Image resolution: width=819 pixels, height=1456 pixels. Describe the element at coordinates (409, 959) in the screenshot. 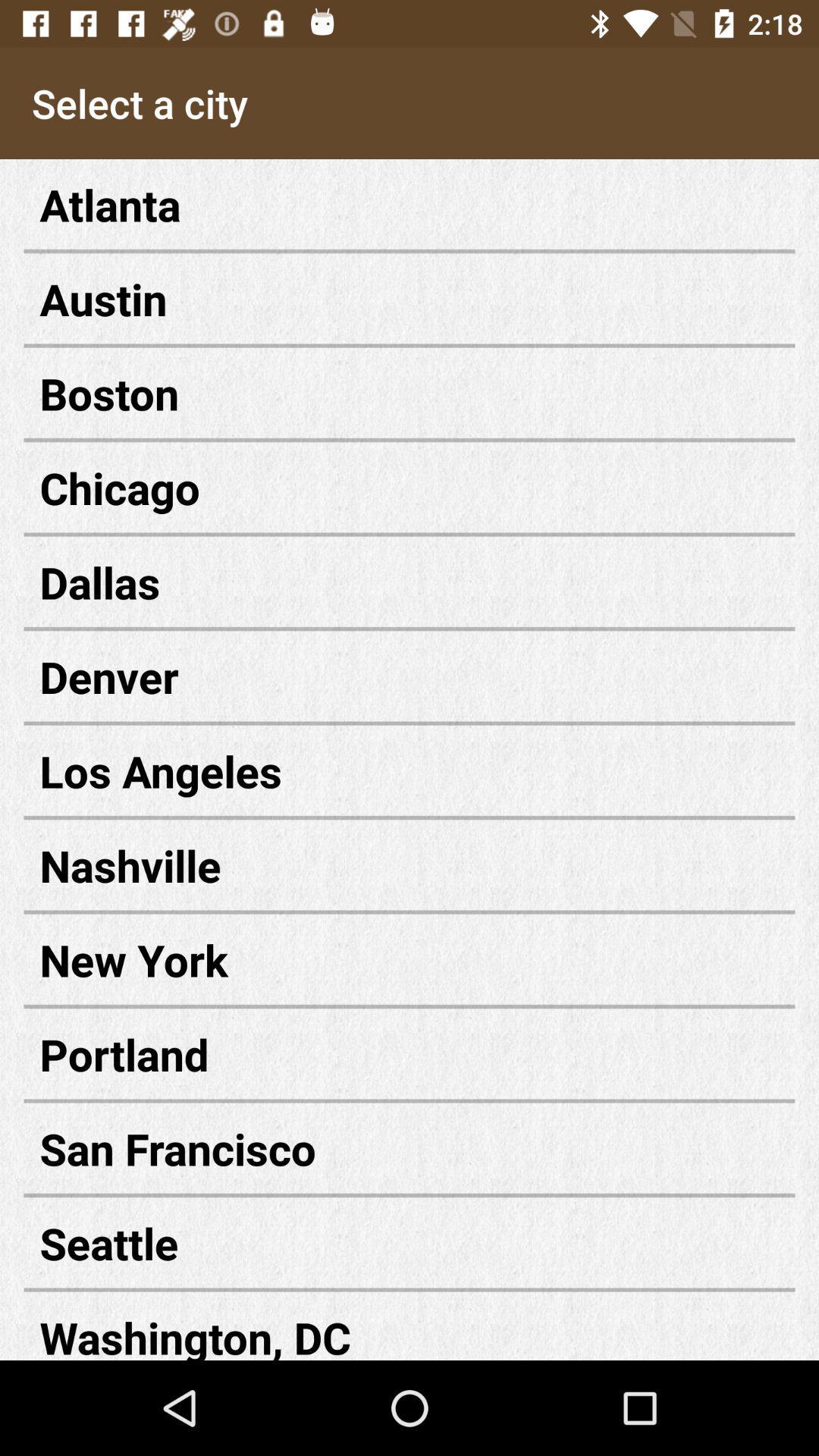

I see `item below the nashville item` at that location.